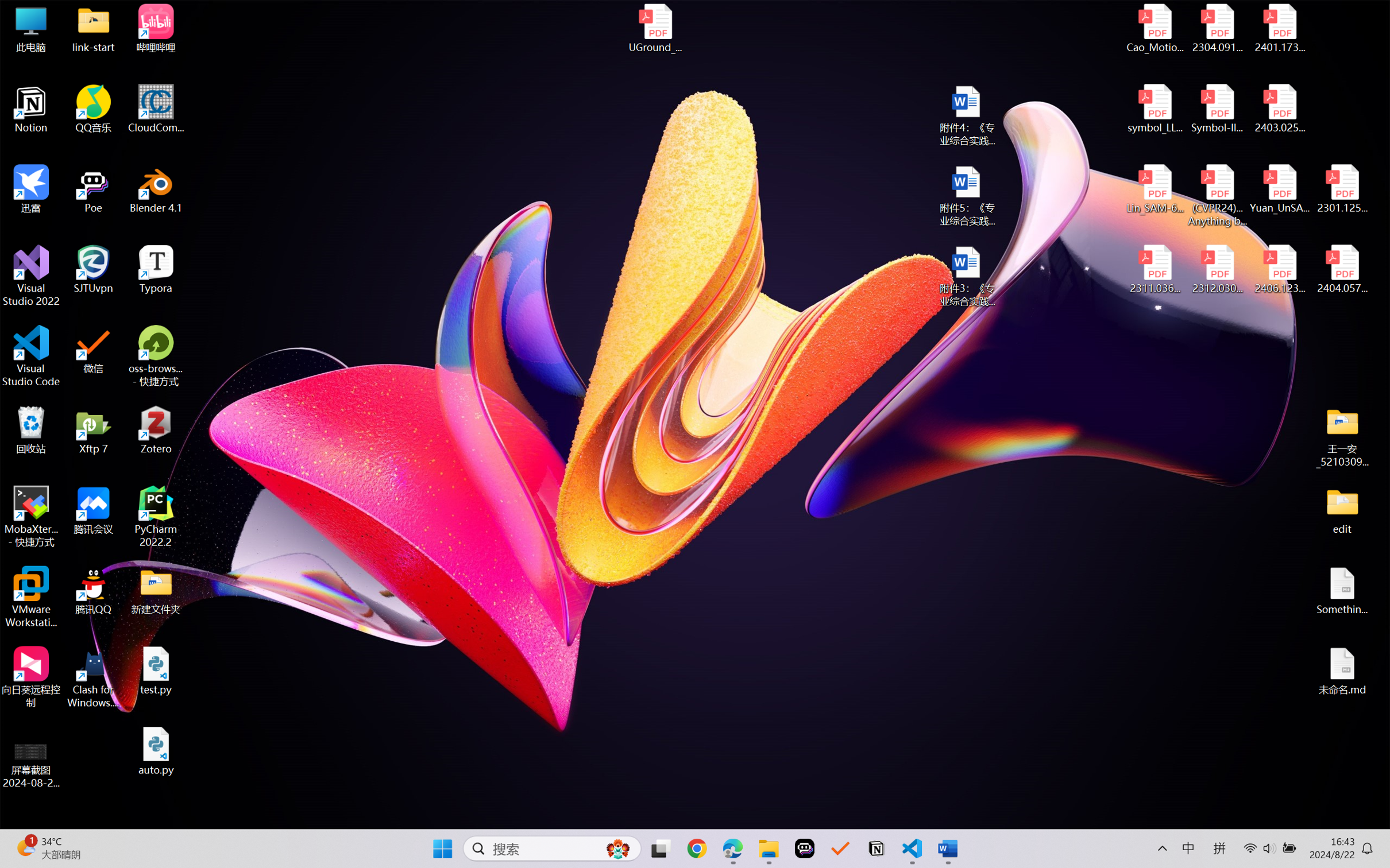  Describe the element at coordinates (30, 276) in the screenshot. I see `'Visual Studio 2022'` at that location.